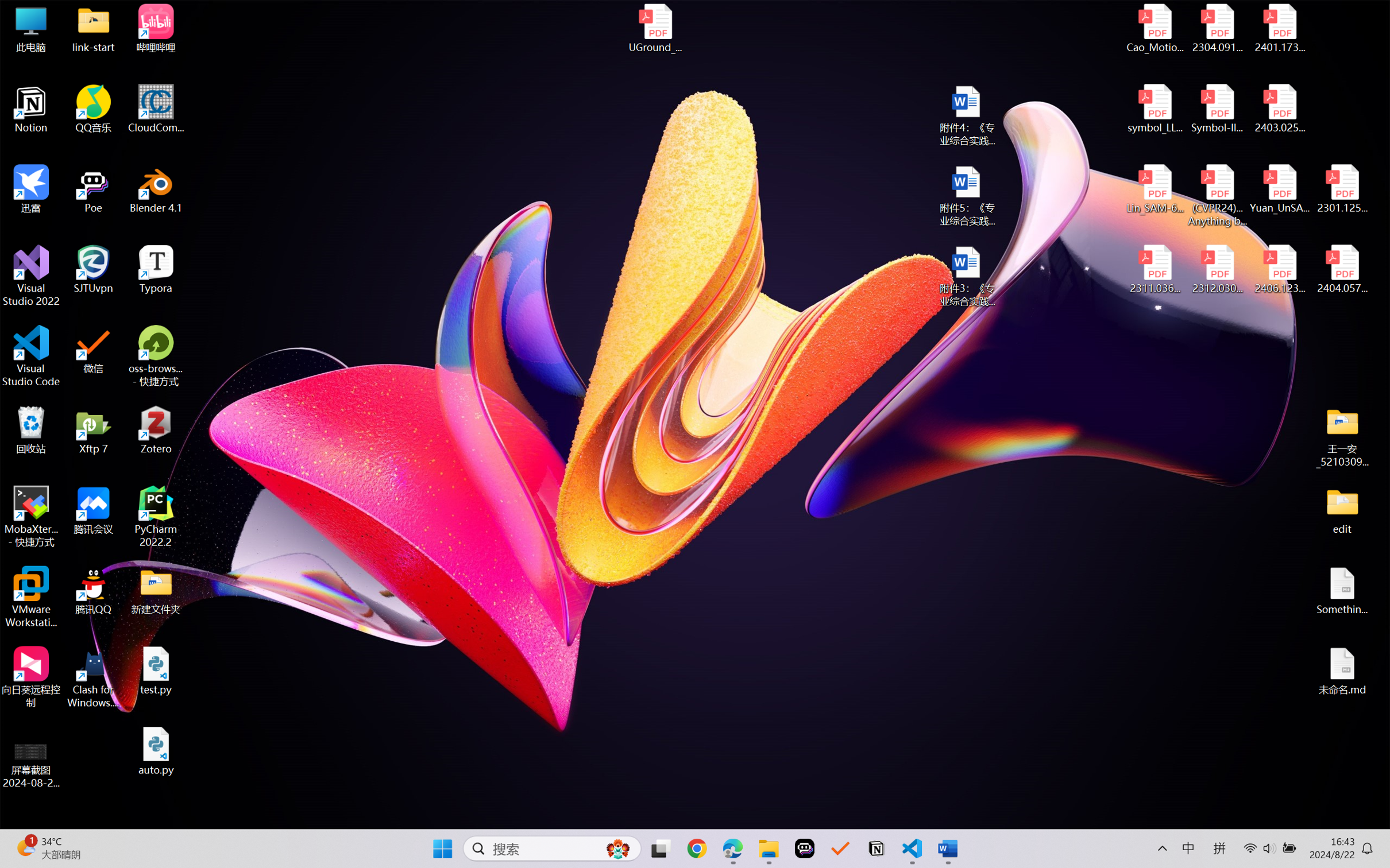  Describe the element at coordinates (30, 276) in the screenshot. I see `'Visual Studio 2022'` at that location.